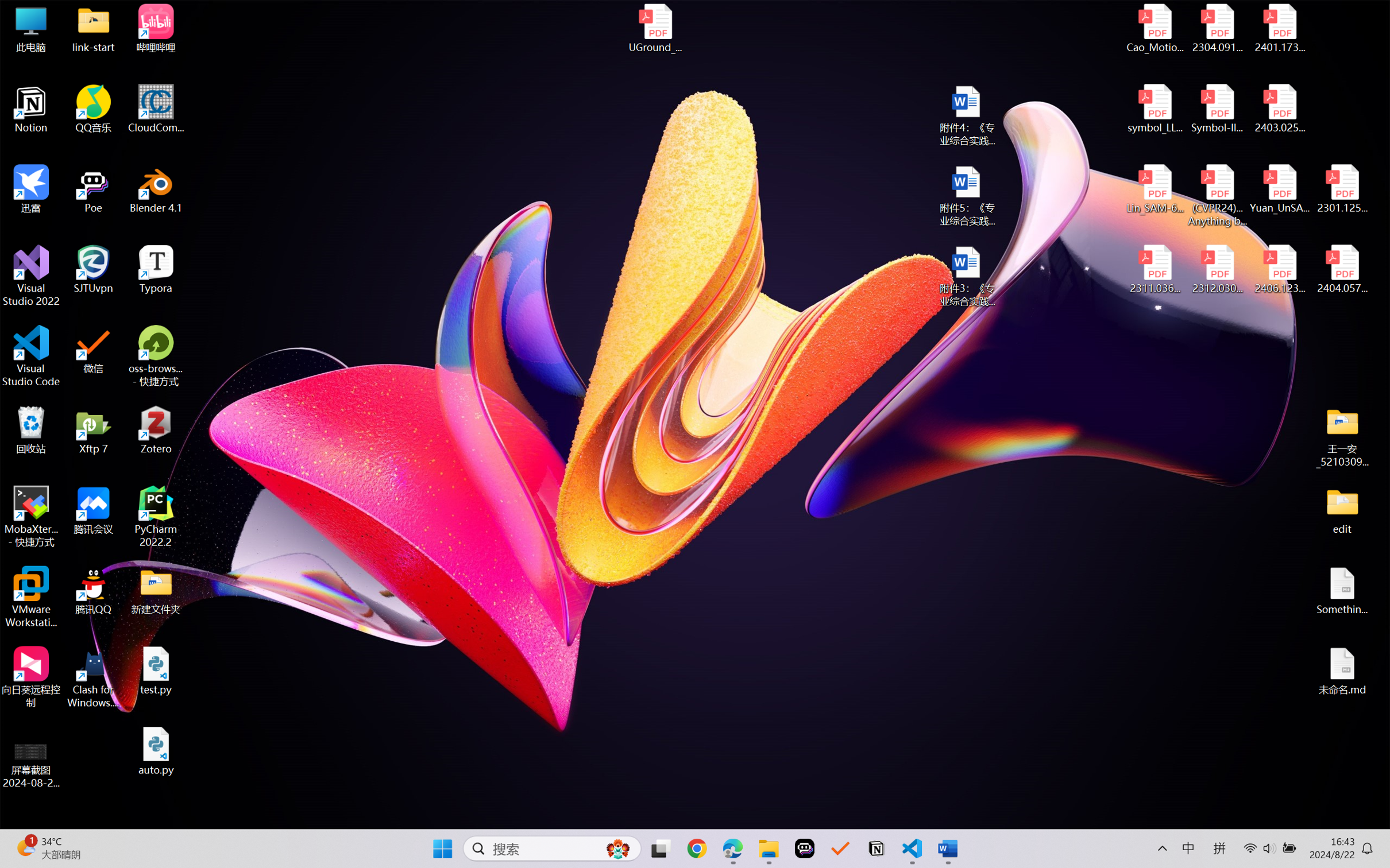  Describe the element at coordinates (30, 276) in the screenshot. I see `'Visual Studio 2022'` at that location.